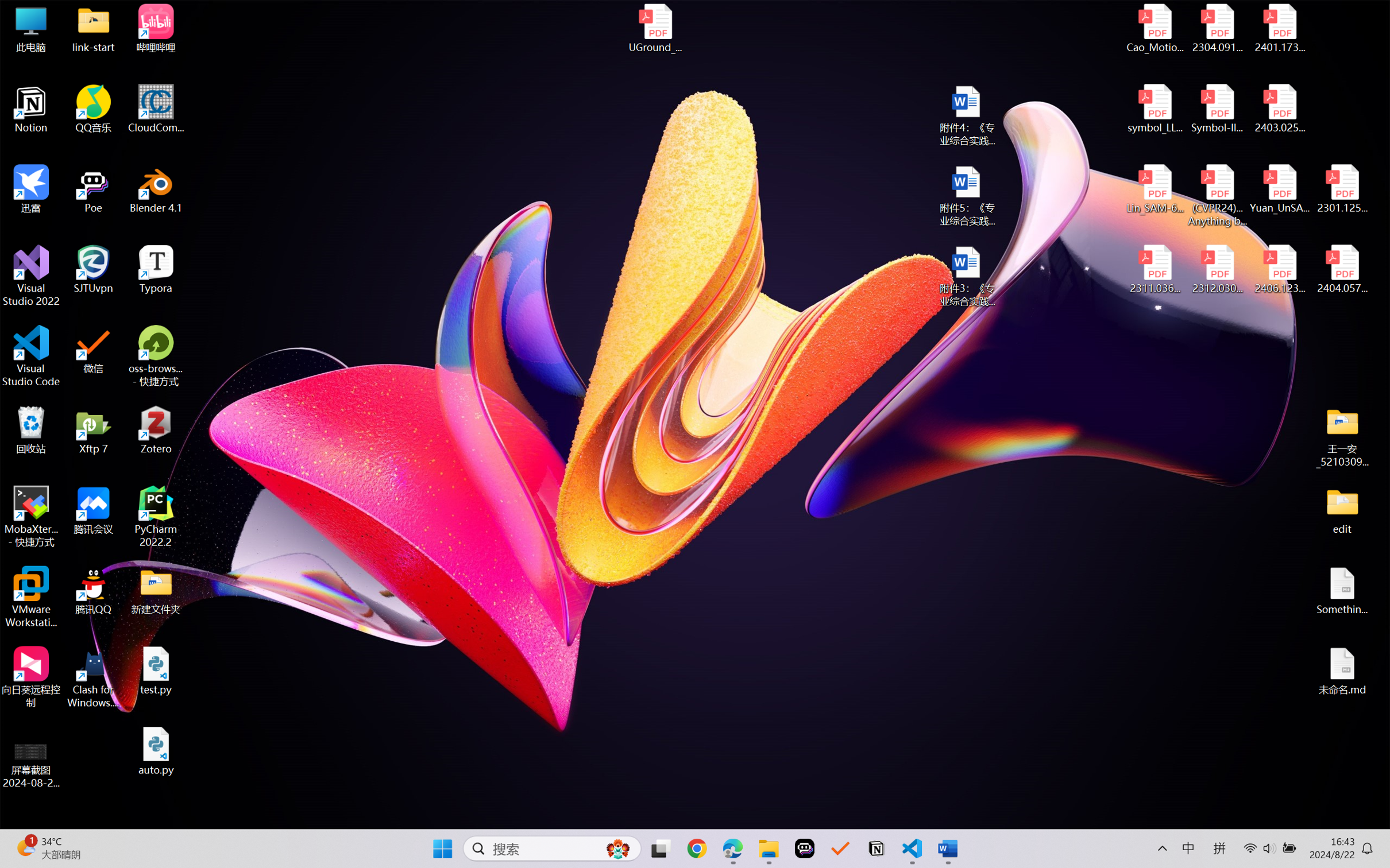  Describe the element at coordinates (30, 276) in the screenshot. I see `'Visual Studio 2022'` at that location.